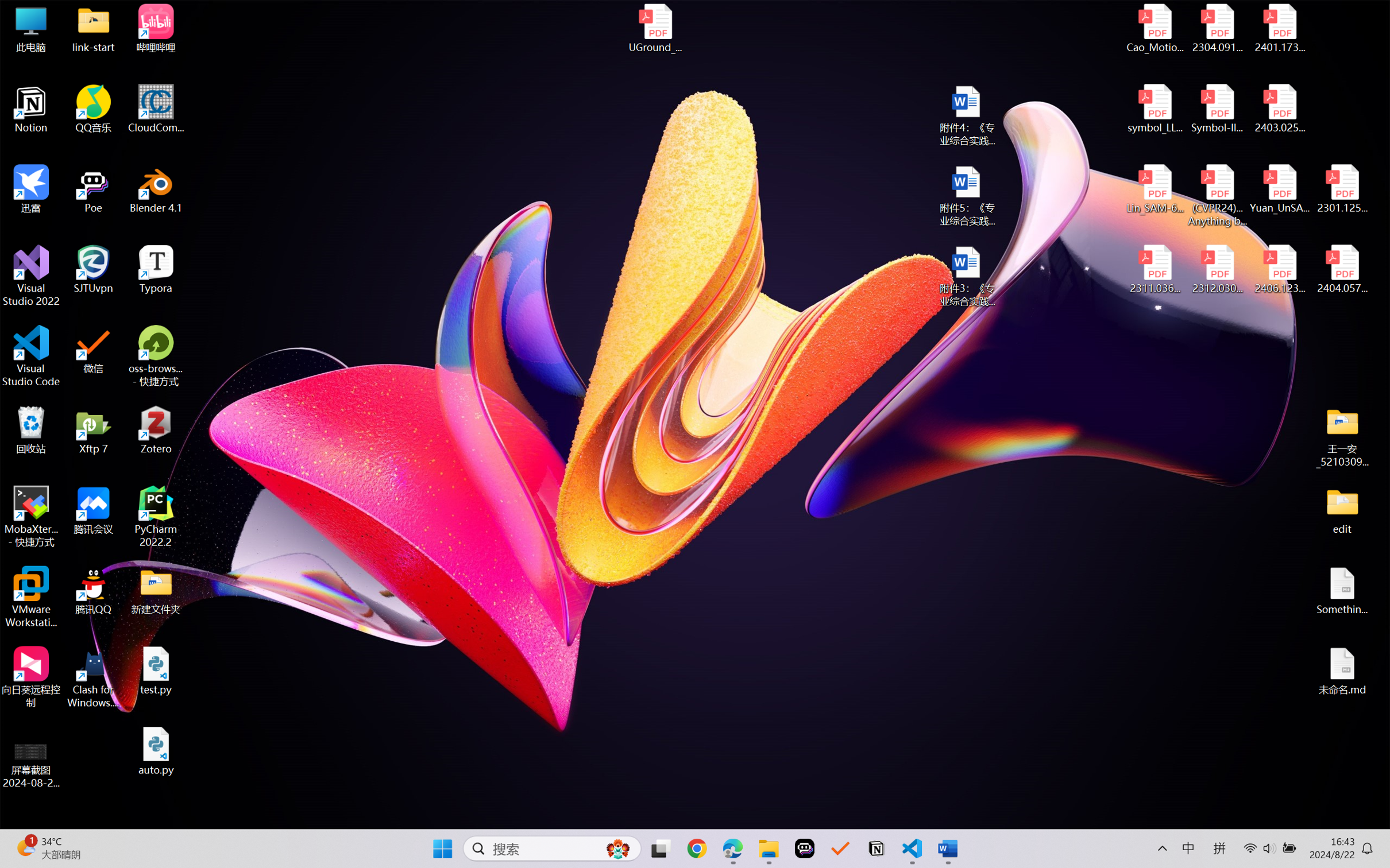  Describe the element at coordinates (30, 276) in the screenshot. I see `'Visual Studio 2022'` at that location.